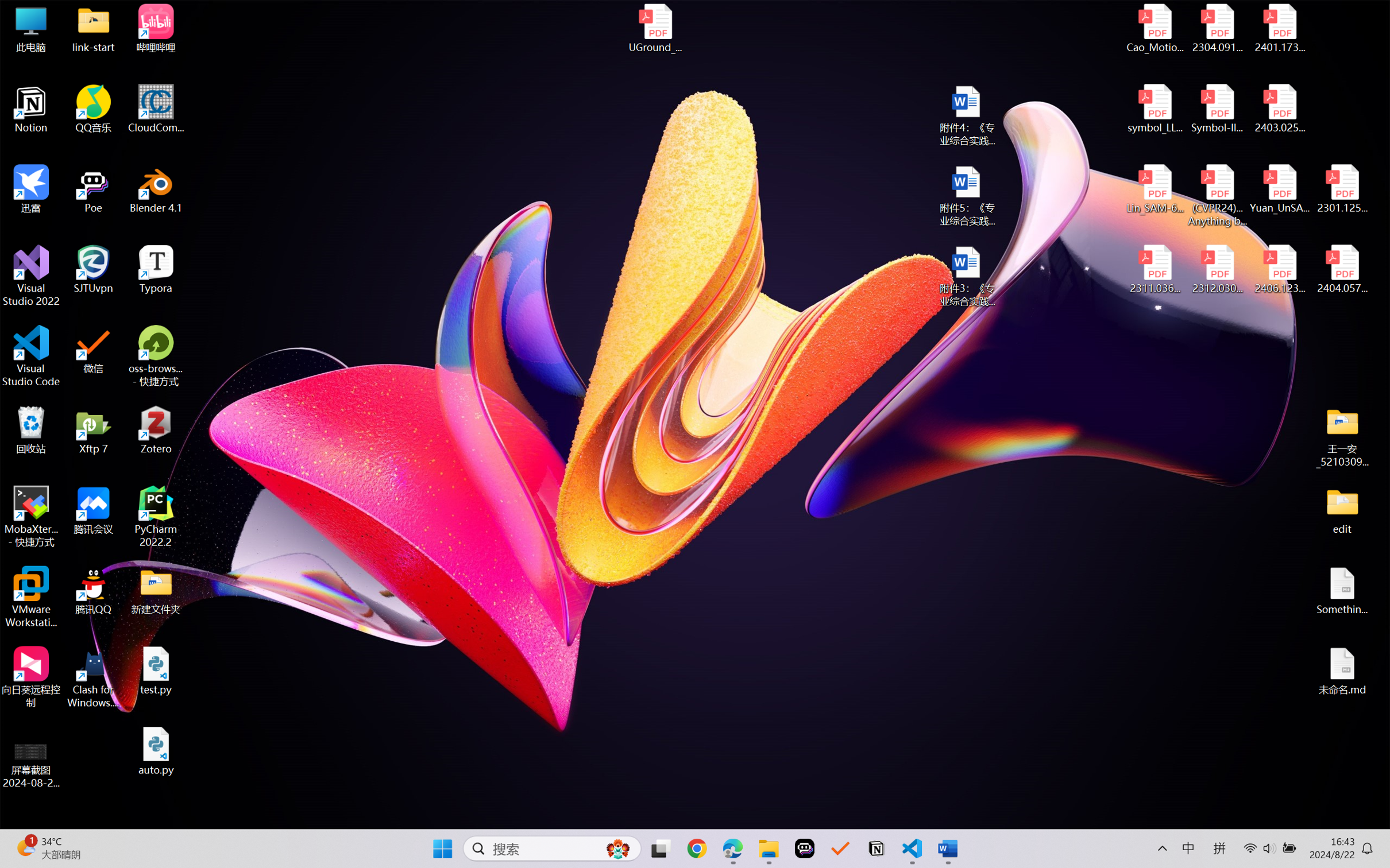  Describe the element at coordinates (30, 276) in the screenshot. I see `'Visual Studio 2022'` at that location.